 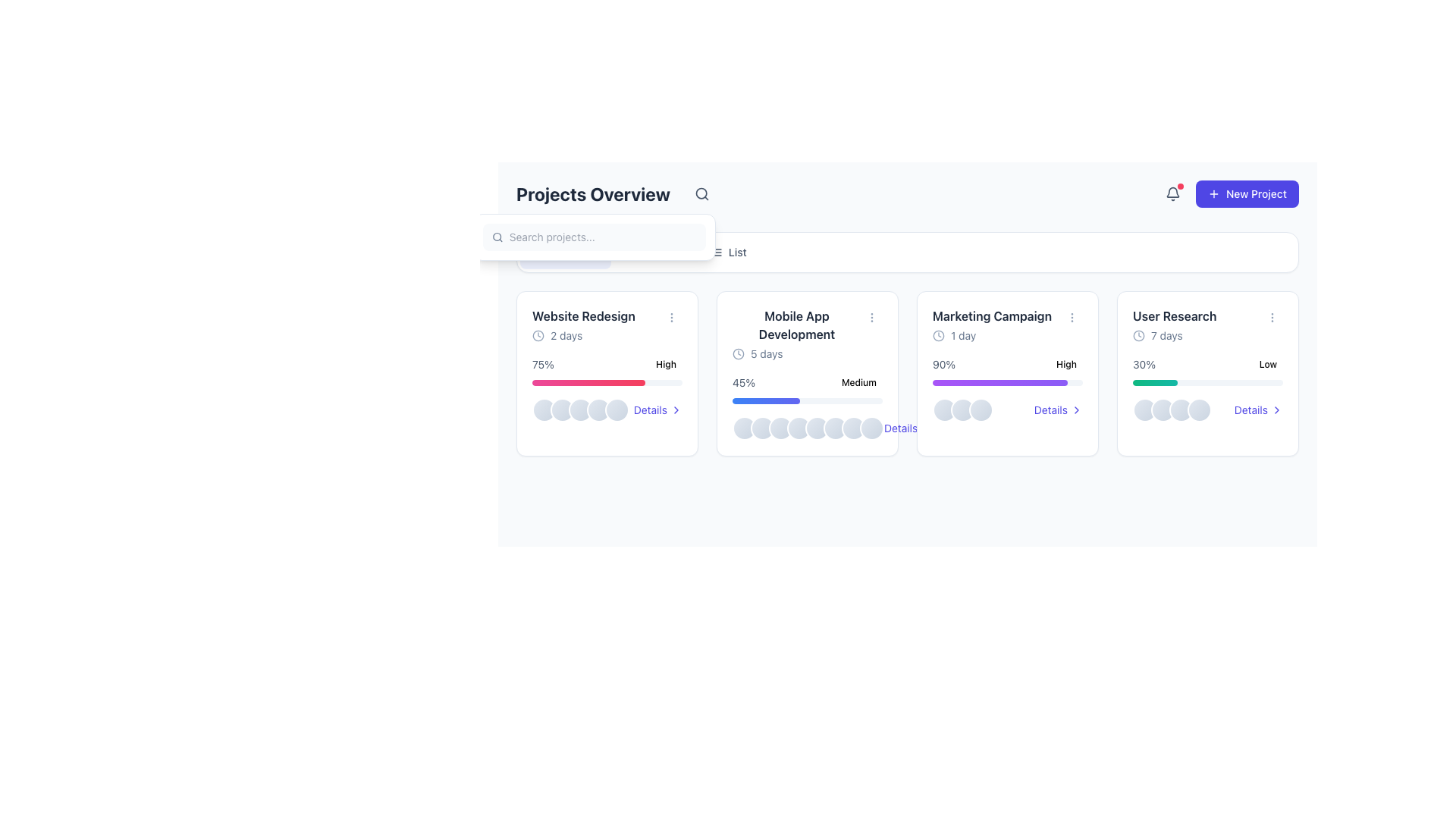 What do you see at coordinates (657, 409) in the screenshot?
I see `the 'Details' hyperlink with an indigo text and chevron icon located within the 'Website Redesign' project card` at bounding box center [657, 409].